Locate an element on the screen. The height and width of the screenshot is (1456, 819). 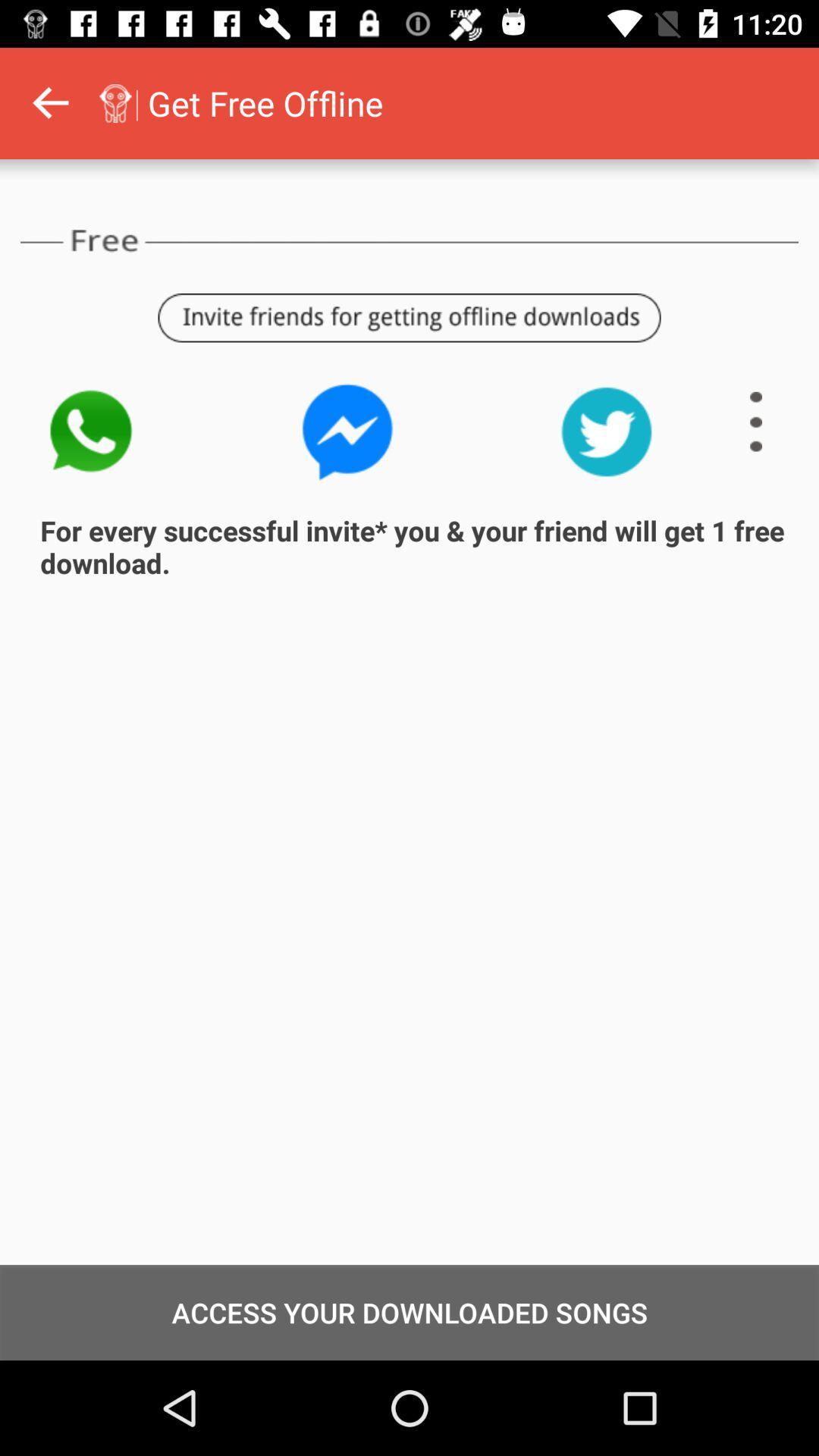
watsapp is located at coordinates (89, 431).